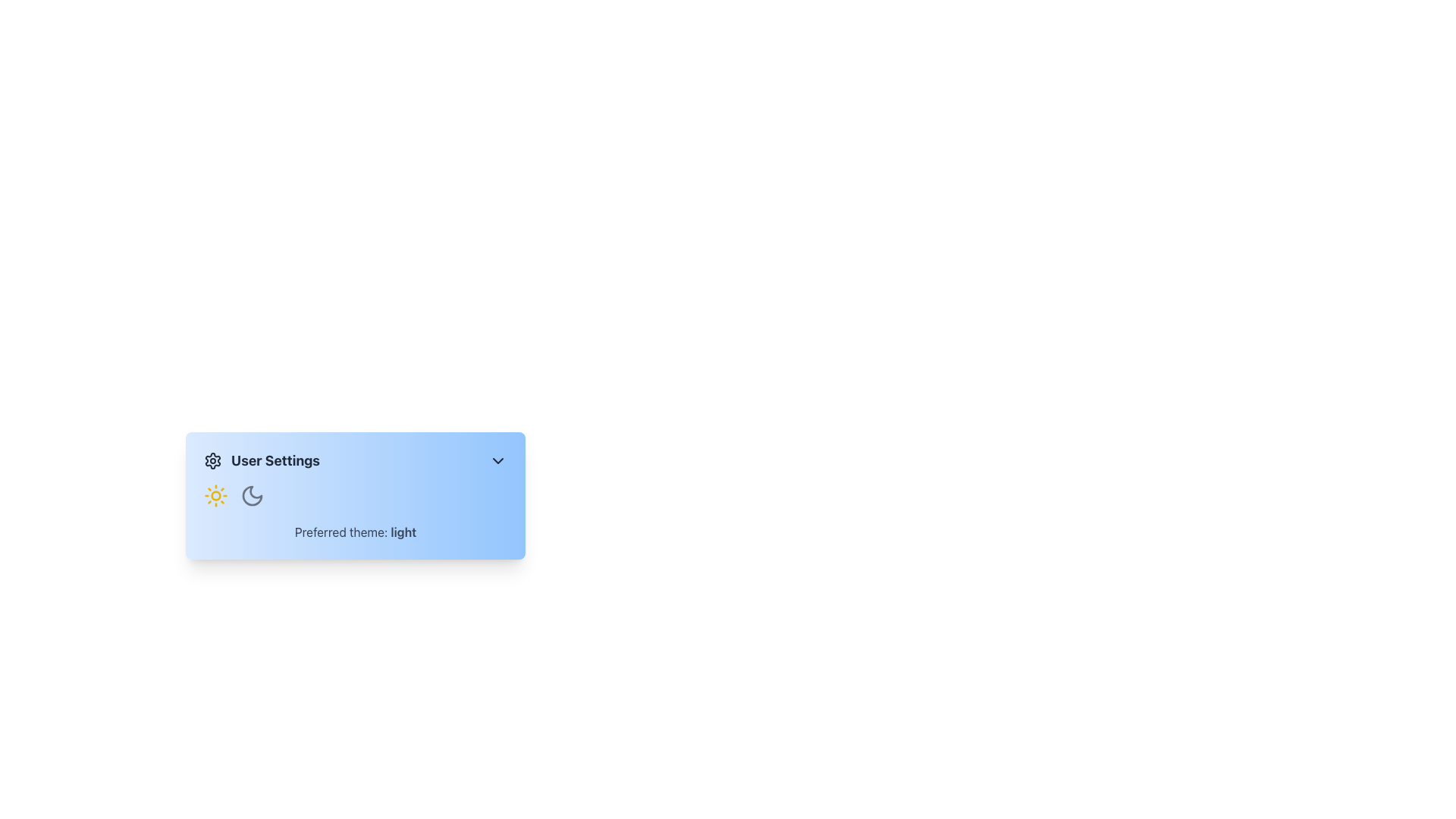 Image resolution: width=1456 pixels, height=819 pixels. I want to click on the crescent moon icon in the settings panel, so click(252, 496).